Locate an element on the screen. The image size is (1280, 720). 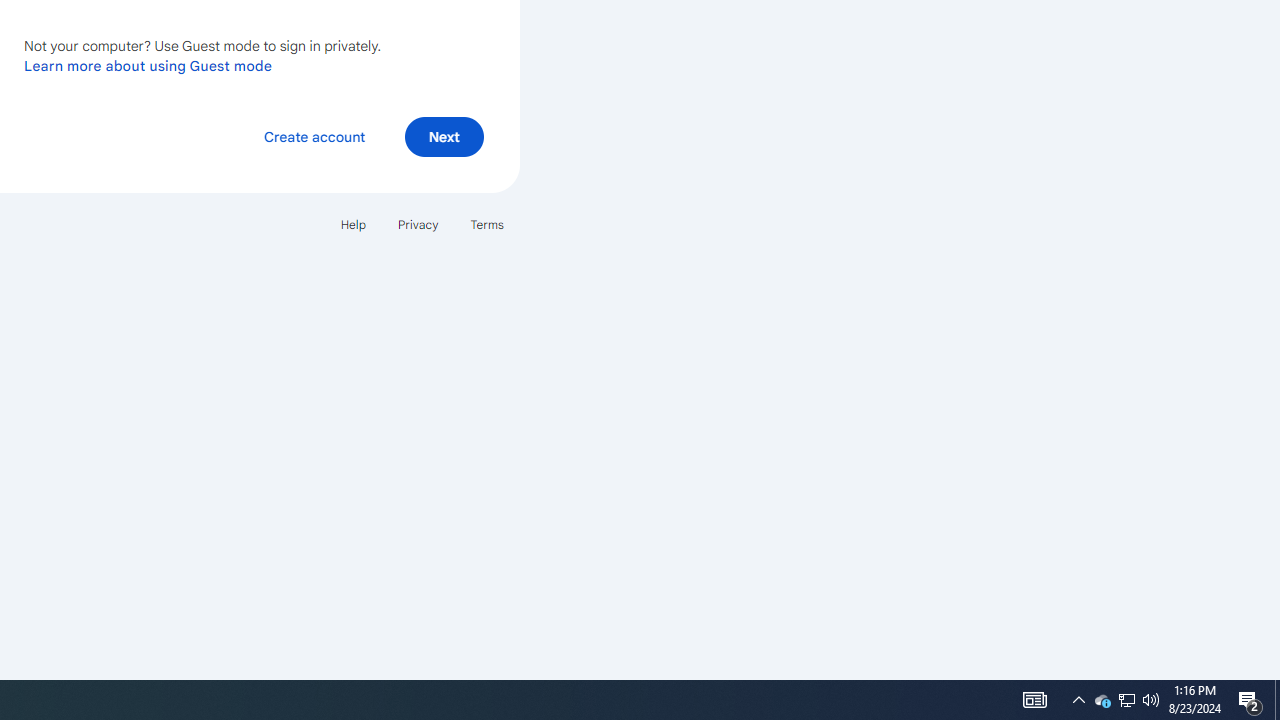
'Next' is located at coordinates (443, 135).